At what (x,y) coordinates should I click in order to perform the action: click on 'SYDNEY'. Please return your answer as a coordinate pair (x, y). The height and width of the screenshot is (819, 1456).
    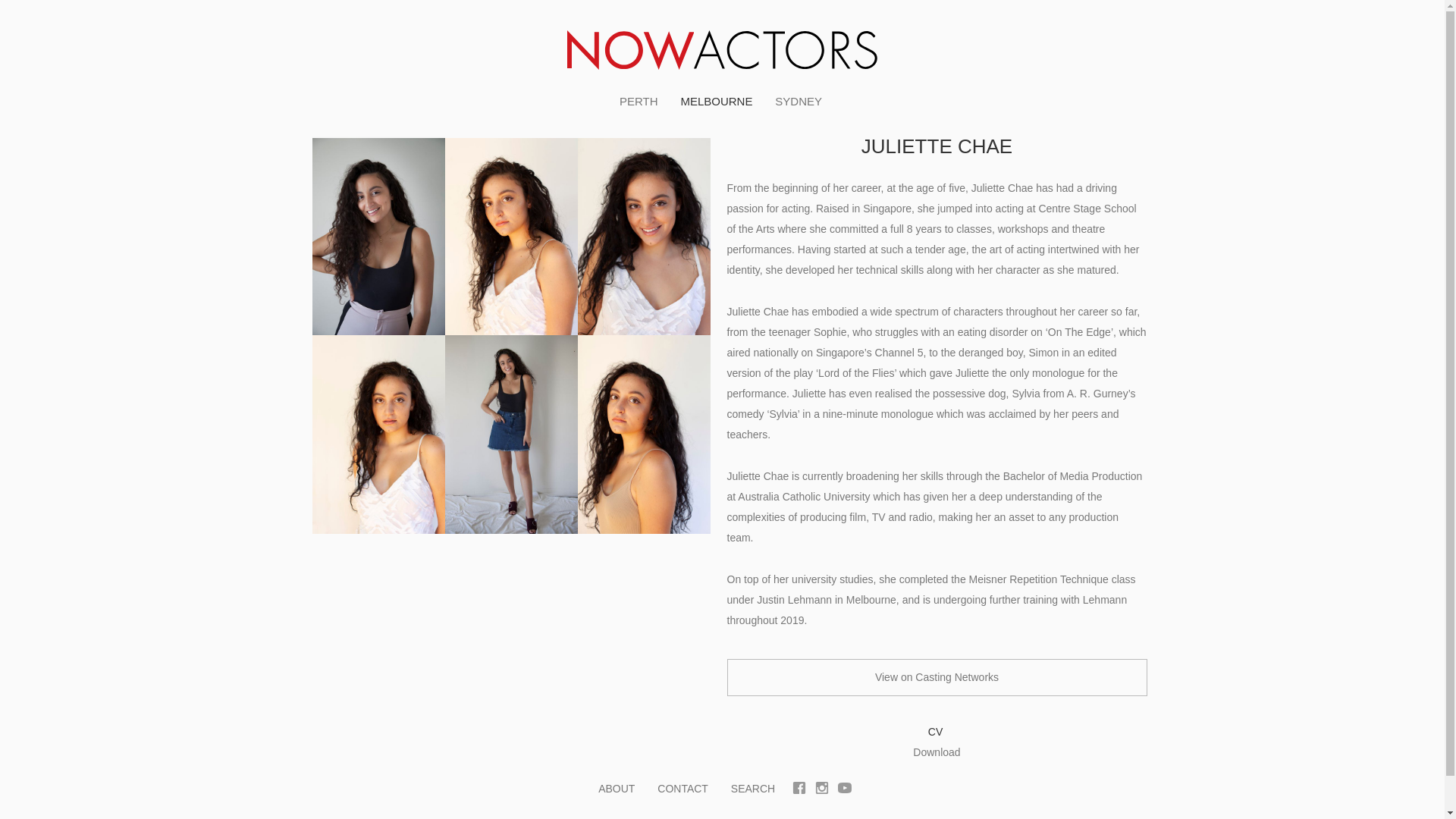
    Looking at the image, I should click on (797, 101).